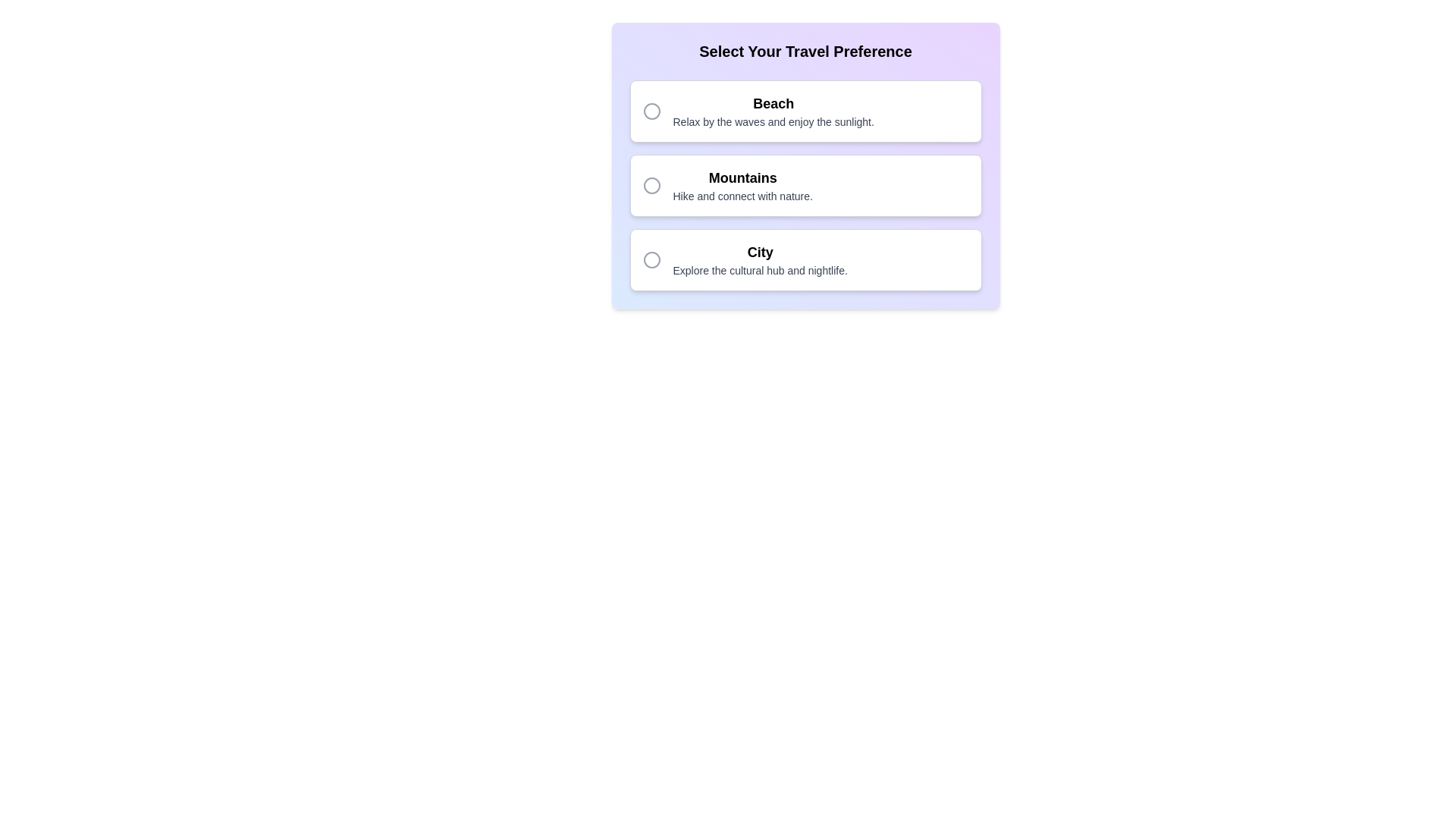 Image resolution: width=1456 pixels, height=819 pixels. I want to click on the 'City' option in the travel preferences list, so click(760, 259).